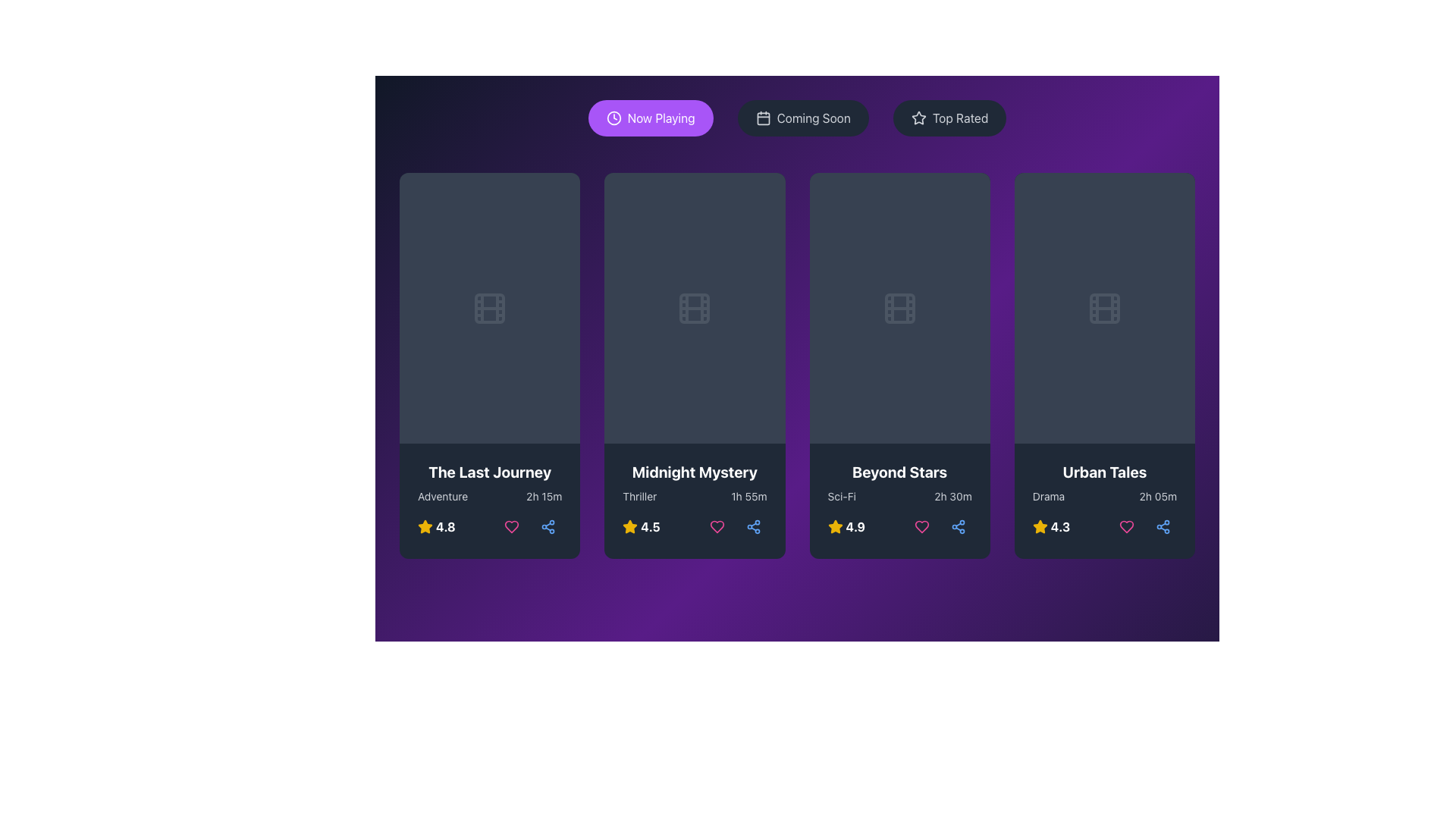 The height and width of the screenshot is (819, 1456). What do you see at coordinates (957, 526) in the screenshot?
I see `the 'Share' button (Icon Button) located at the far right below the 'Beyond Stars' movie card to share content` at bounding box center [957, 526].